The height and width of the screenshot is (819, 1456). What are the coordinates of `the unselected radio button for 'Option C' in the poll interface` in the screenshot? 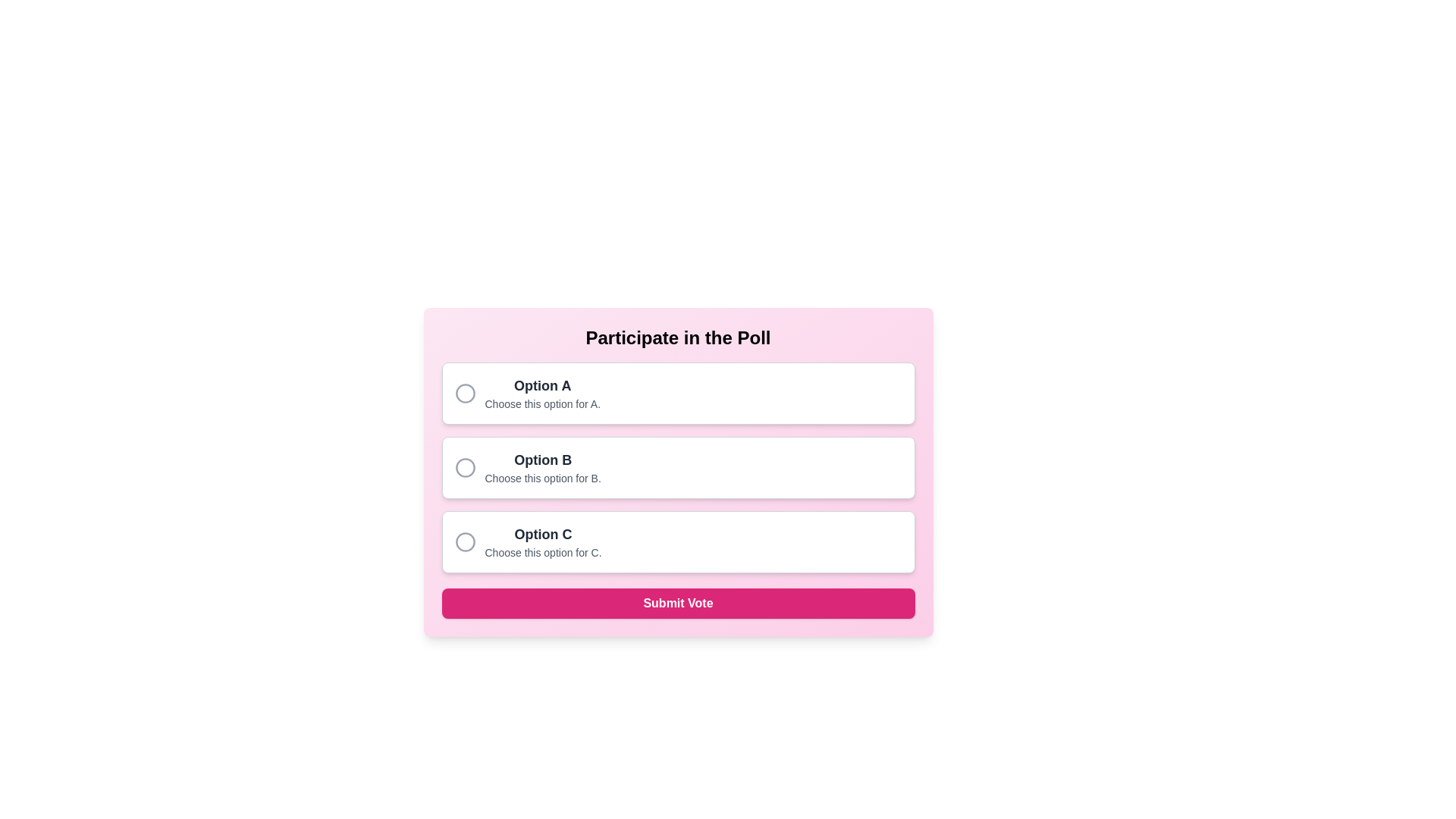 It's located at (464, 541).